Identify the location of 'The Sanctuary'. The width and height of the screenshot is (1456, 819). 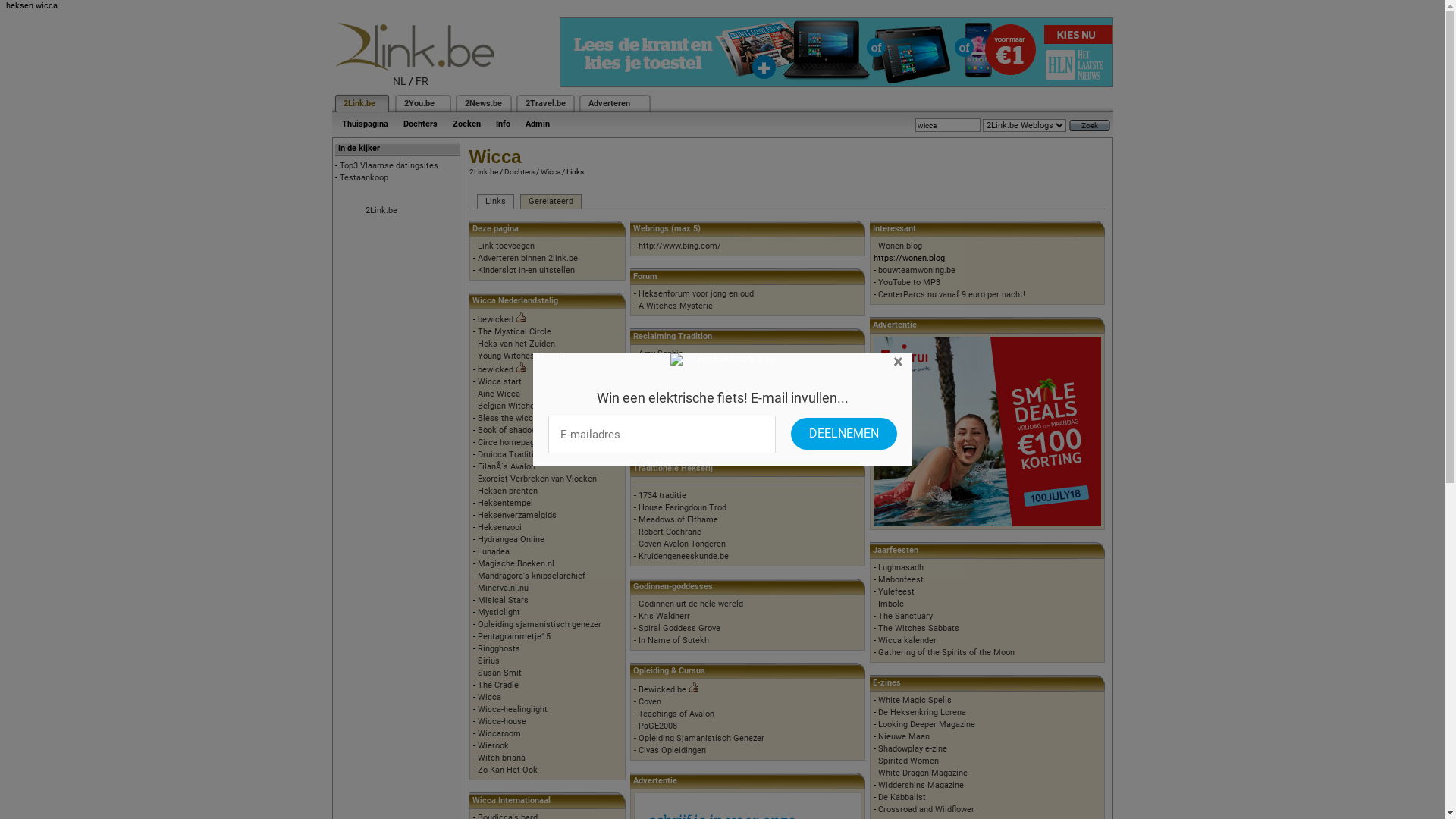
(877, 616).